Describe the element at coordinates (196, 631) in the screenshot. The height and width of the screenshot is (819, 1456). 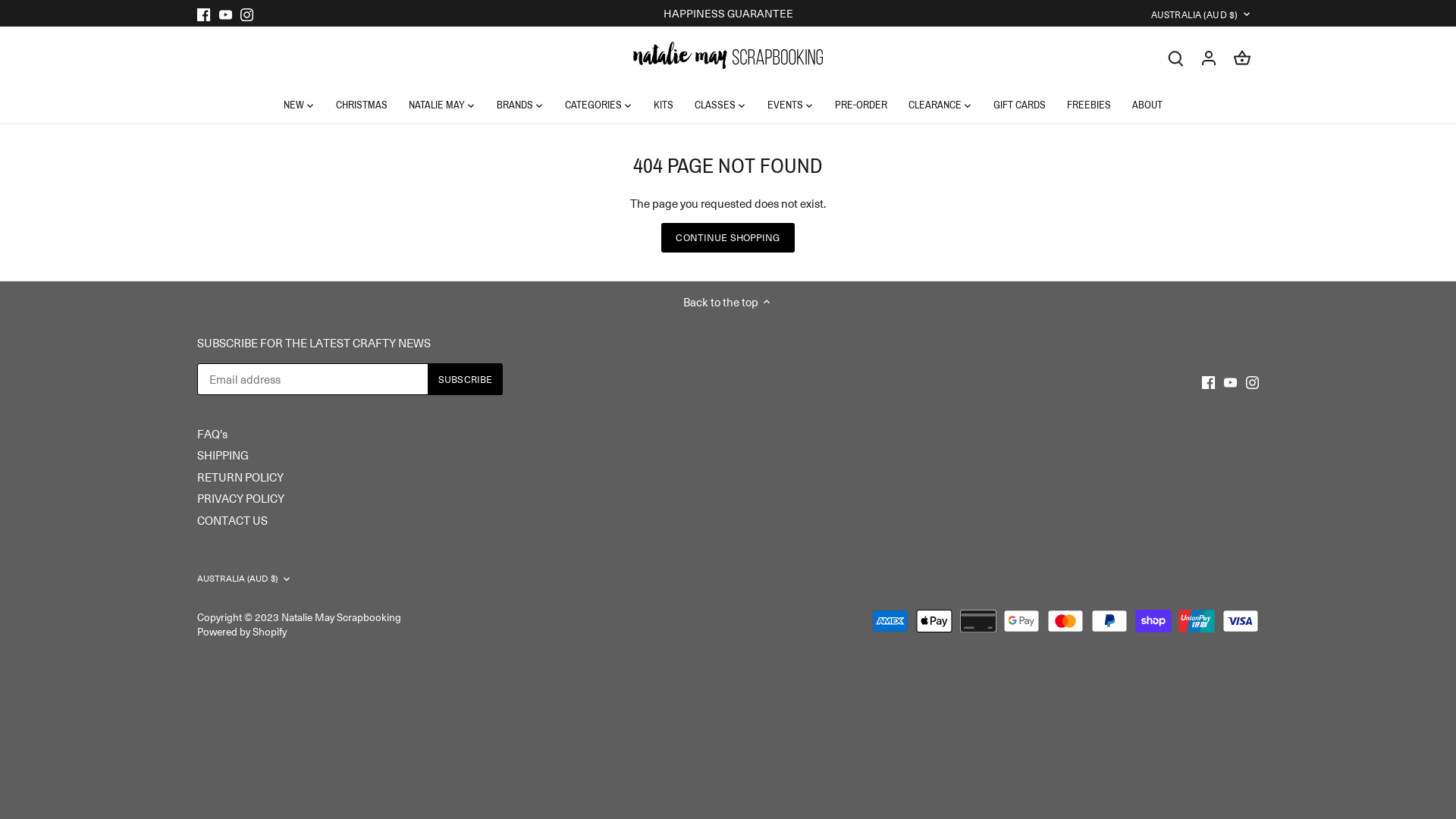
I see `'Powered by Shopify'` at that location.